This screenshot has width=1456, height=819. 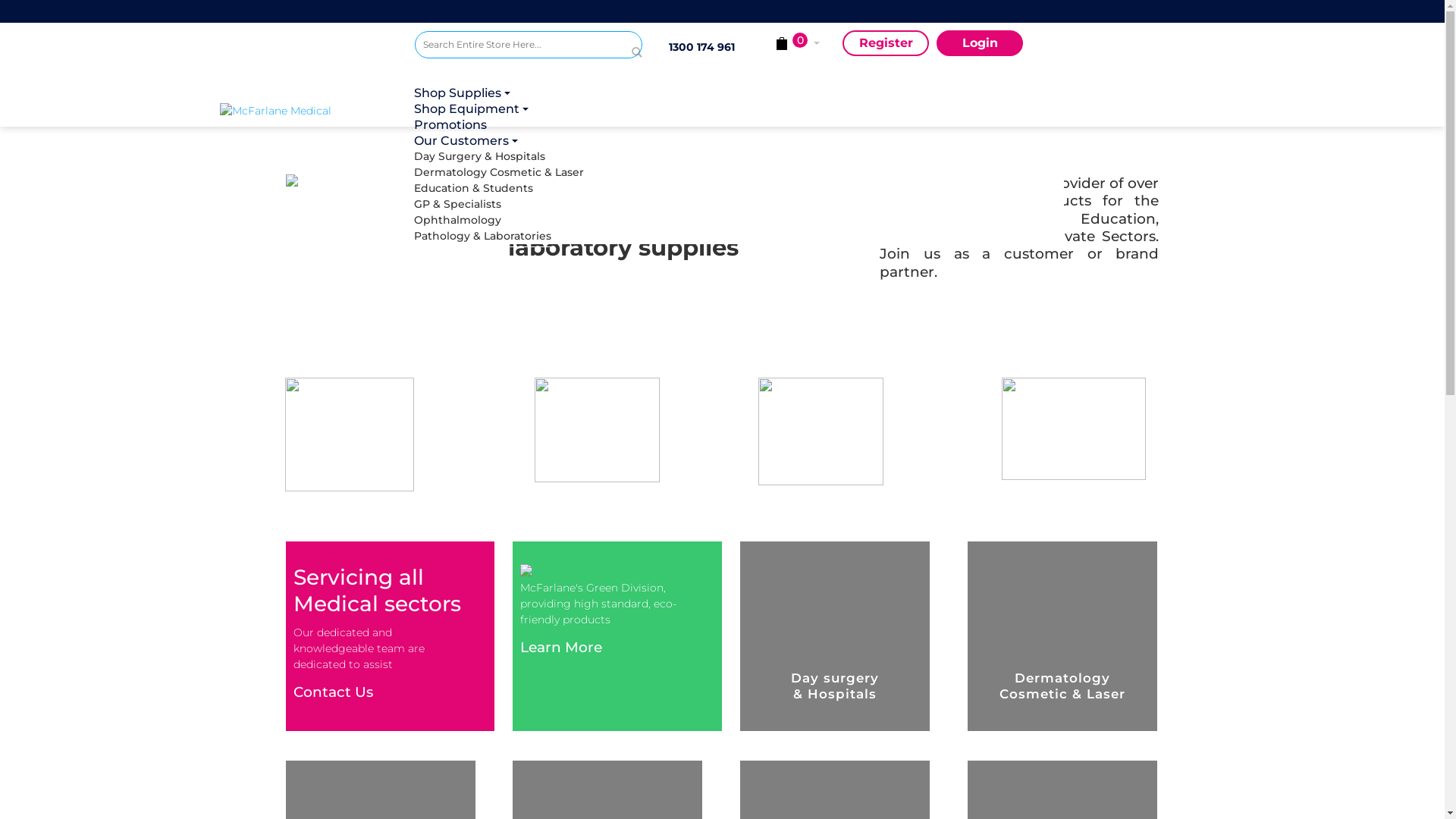 What do you see at coordinates (615, 43) in the screenshot?
I see `'Search'` at bounding box center [615, 43].